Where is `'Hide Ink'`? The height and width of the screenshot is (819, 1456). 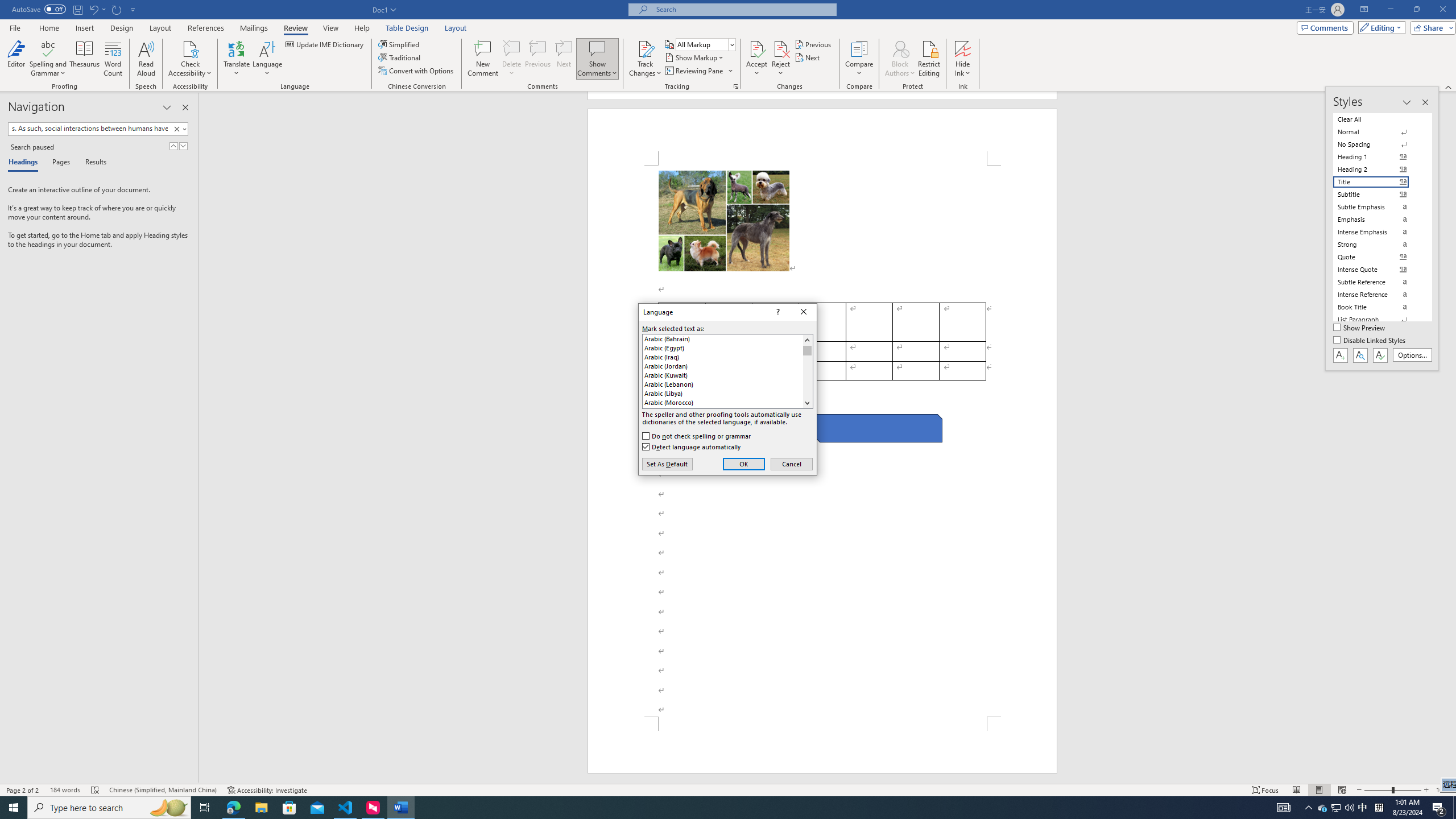
'Hide Ink' is located at coordinates (962, 59).